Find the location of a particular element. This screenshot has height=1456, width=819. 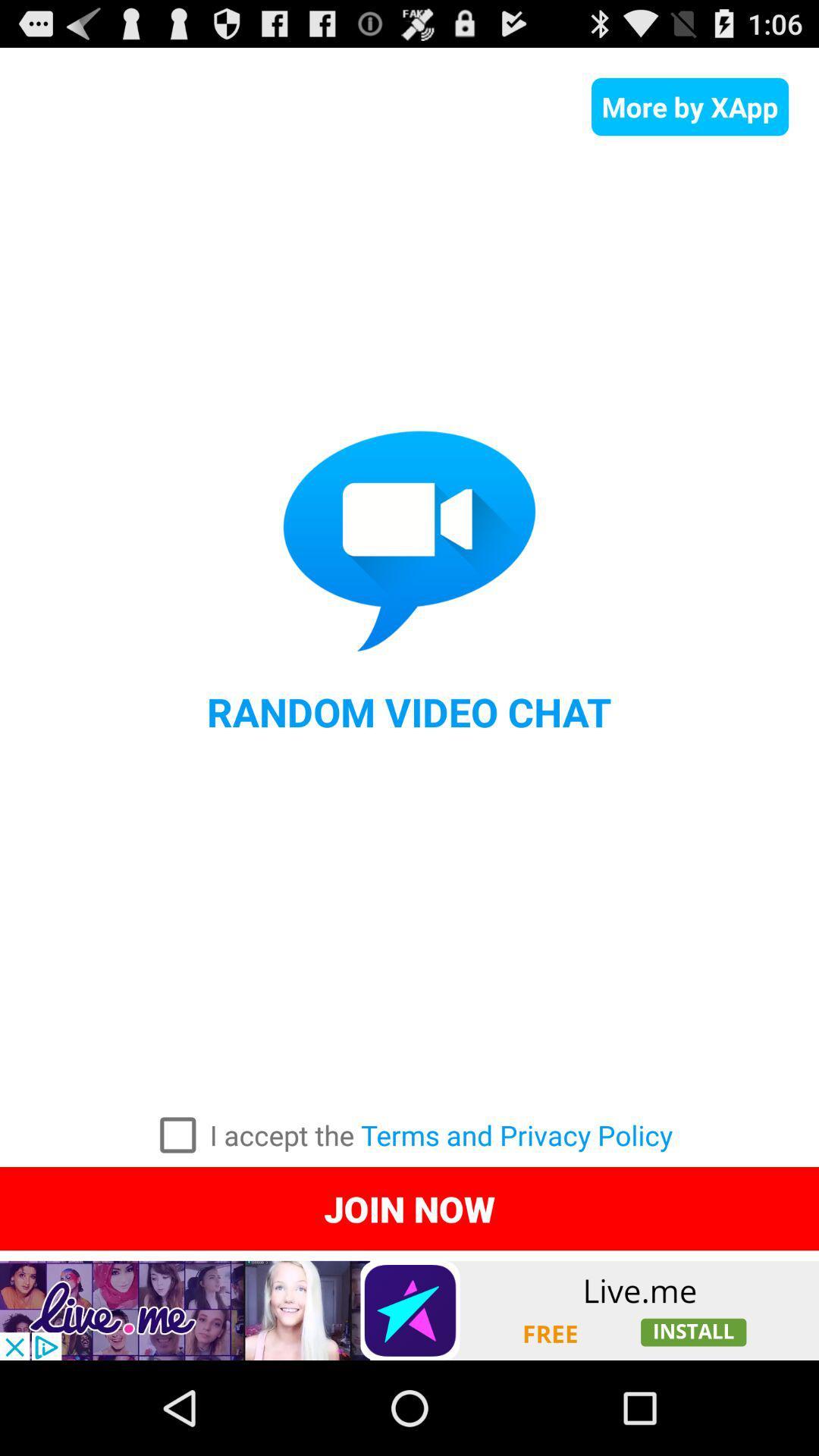

to accept the terms and privacy policy is located at coordinates (177, 1135).